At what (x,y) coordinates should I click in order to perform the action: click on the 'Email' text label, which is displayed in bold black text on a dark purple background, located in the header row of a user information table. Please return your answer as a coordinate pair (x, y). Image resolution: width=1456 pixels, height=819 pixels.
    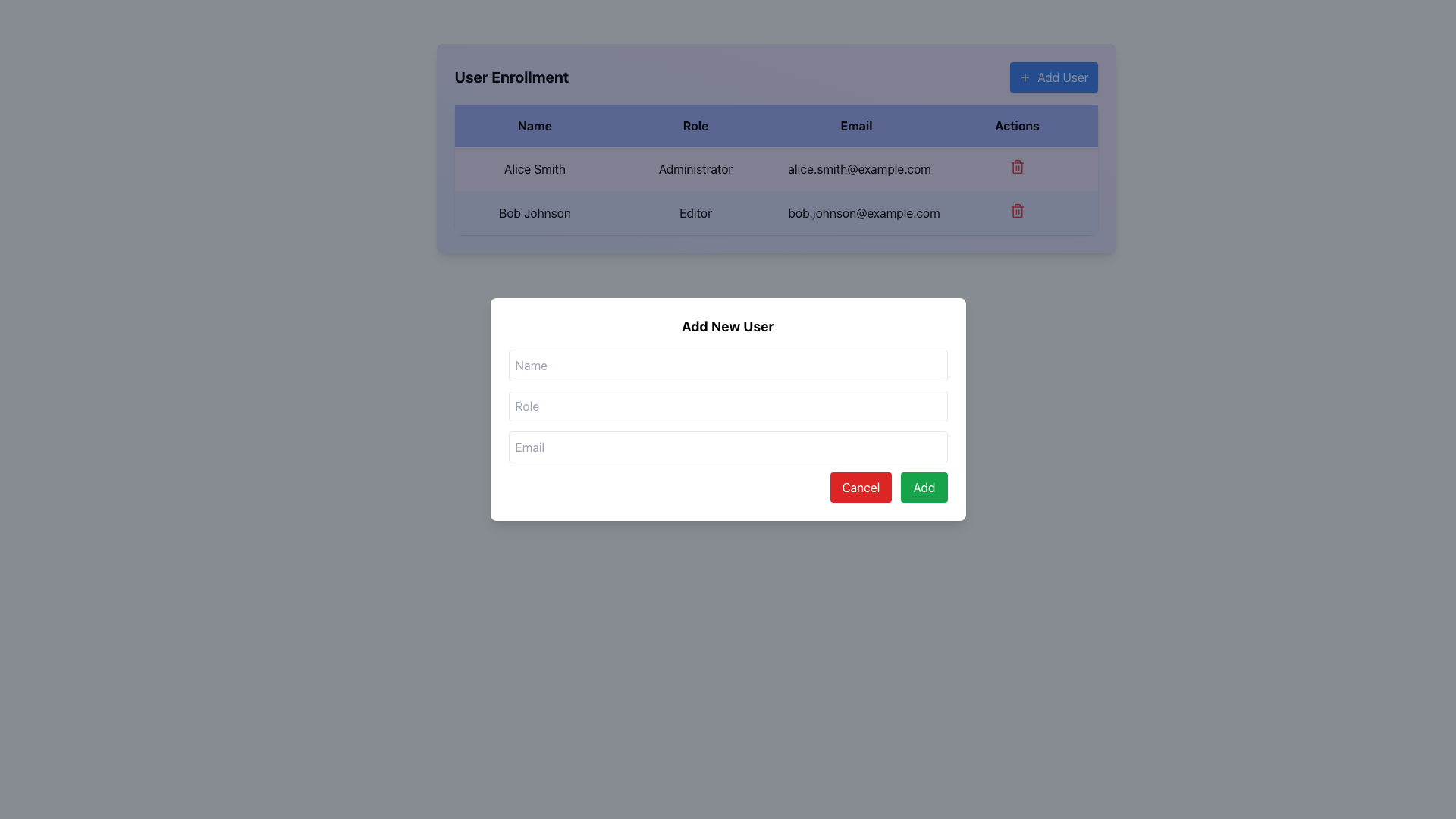
    Looking at the image, I should click on (856, 124).